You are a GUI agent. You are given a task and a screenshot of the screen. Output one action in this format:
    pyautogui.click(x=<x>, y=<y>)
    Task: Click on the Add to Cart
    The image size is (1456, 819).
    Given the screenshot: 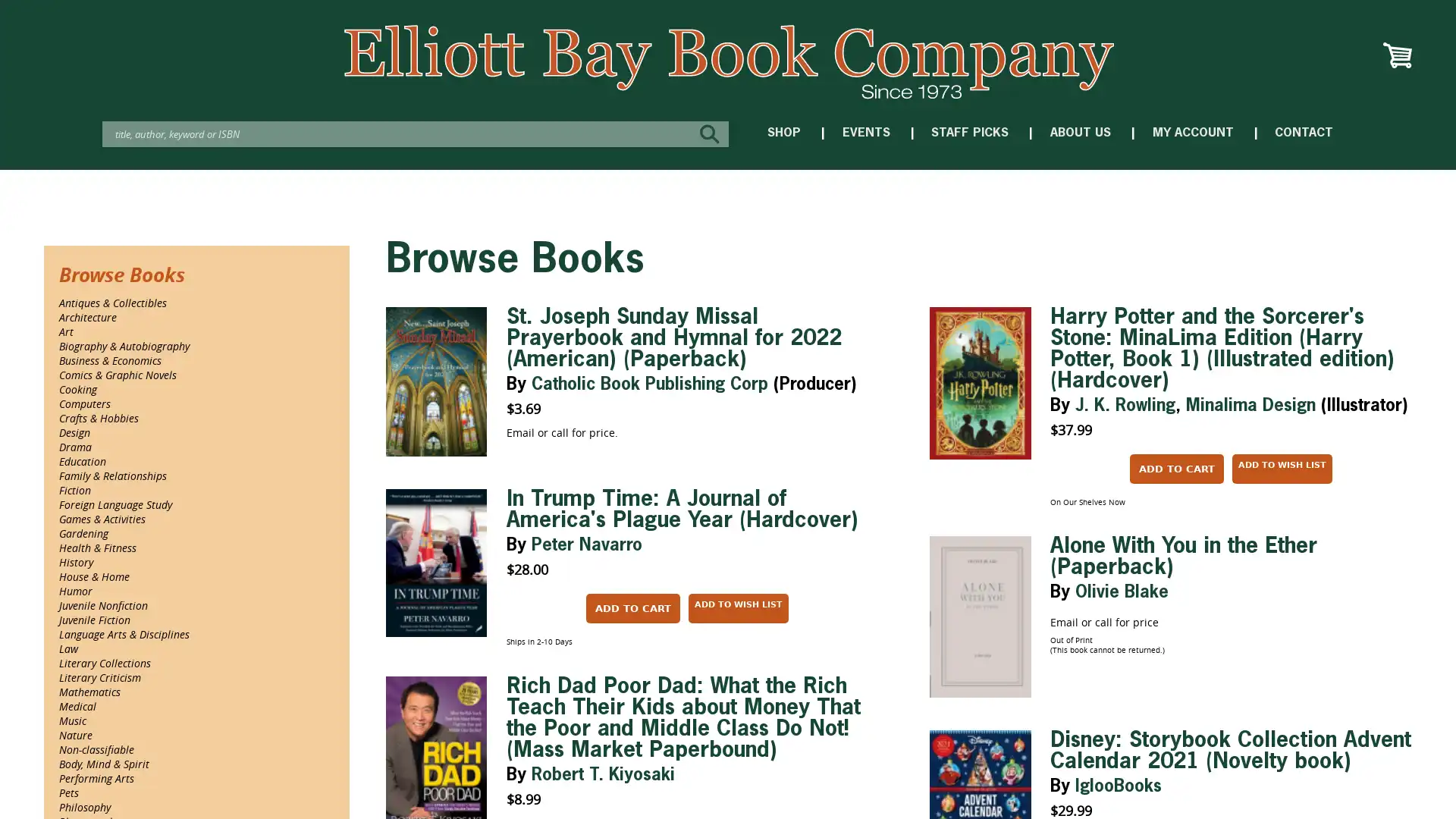 What is the action you would take?
    pyautogui.click(x=632, y=607)
    